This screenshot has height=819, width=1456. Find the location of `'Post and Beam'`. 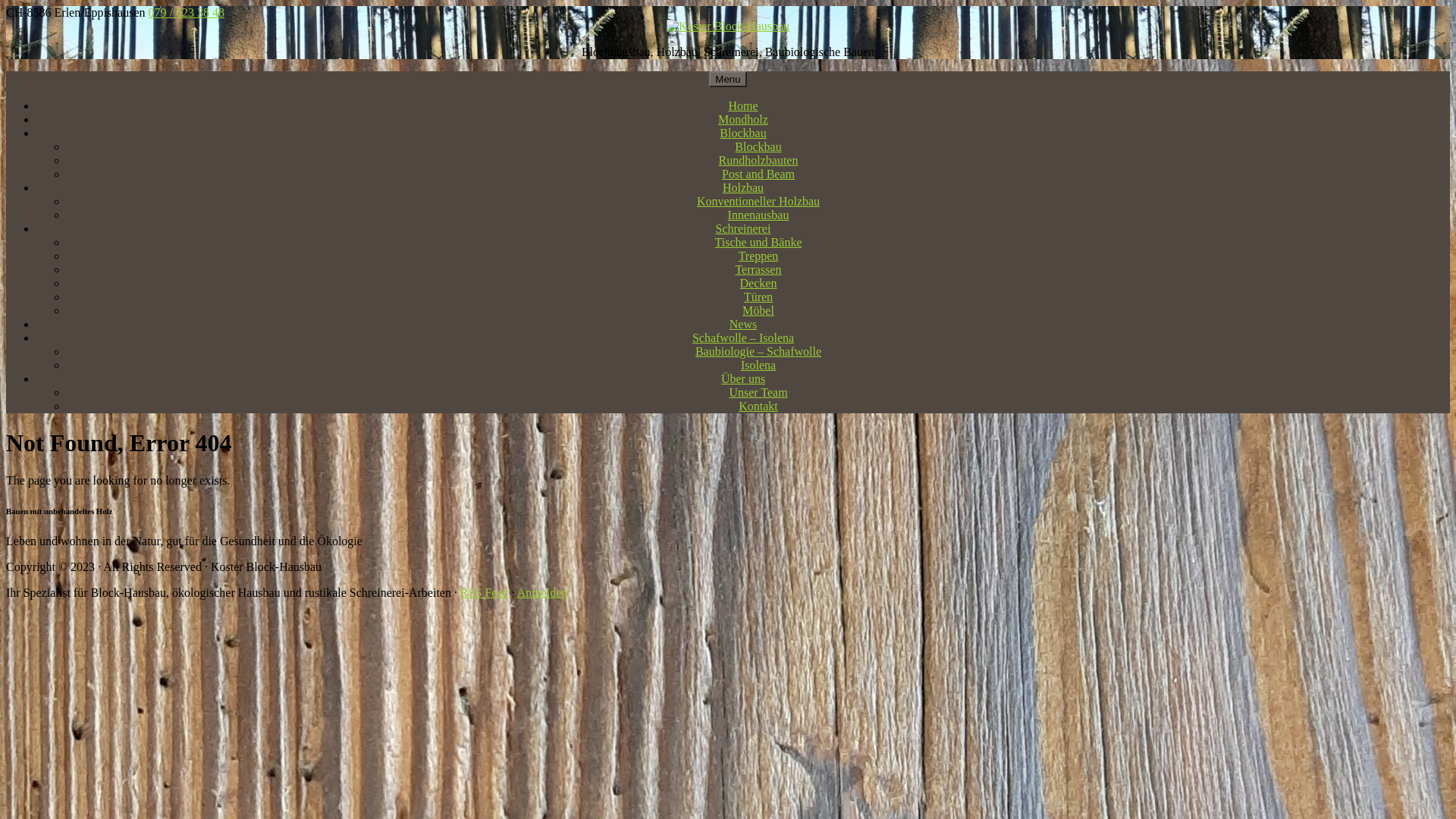

'Post and Beam' is located at coordinates (758, 173).